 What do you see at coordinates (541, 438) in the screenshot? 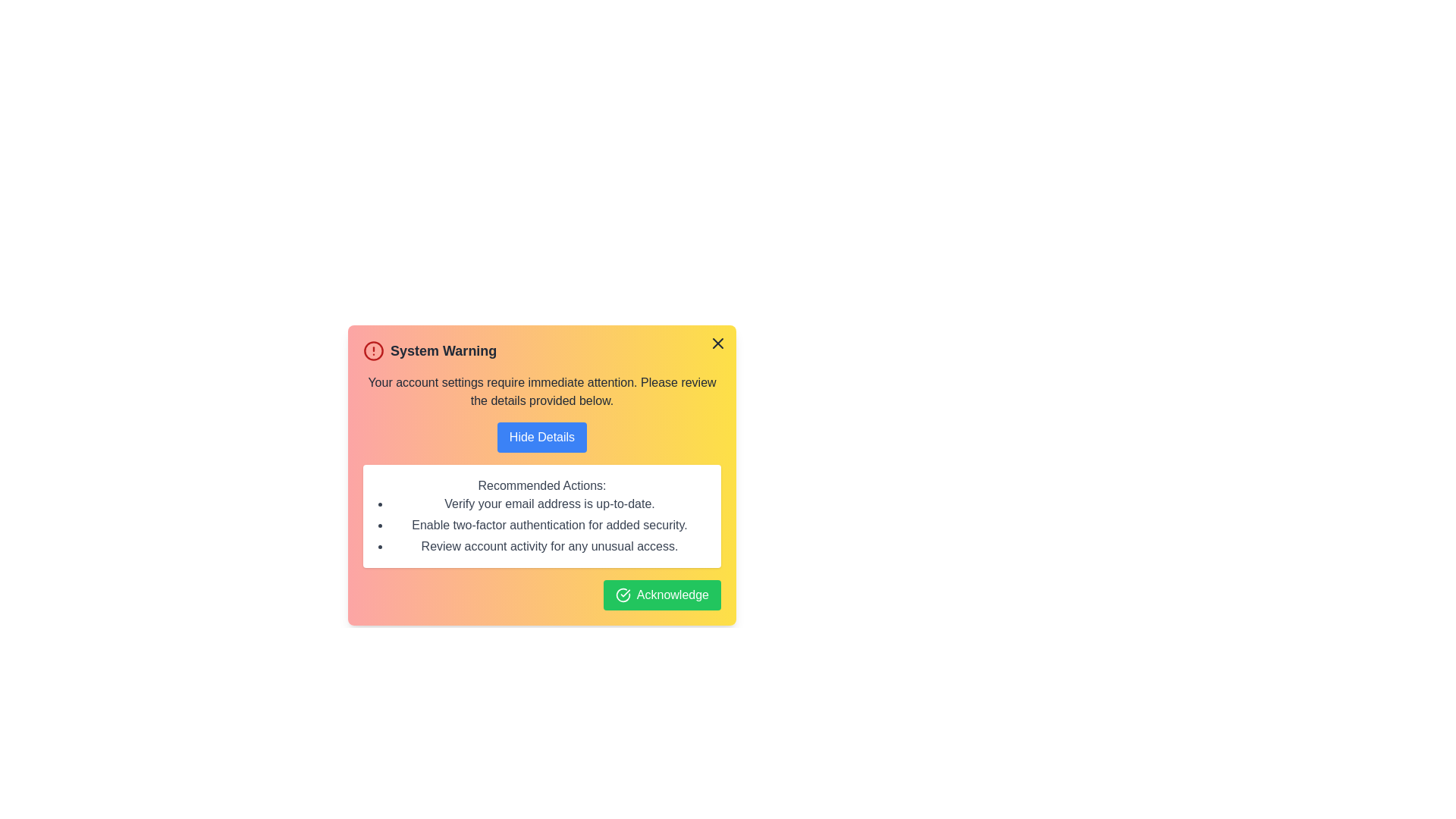
I see `the 'Hide Details' button to toggle the visibility of the details section` at bounding box center [541, 438].